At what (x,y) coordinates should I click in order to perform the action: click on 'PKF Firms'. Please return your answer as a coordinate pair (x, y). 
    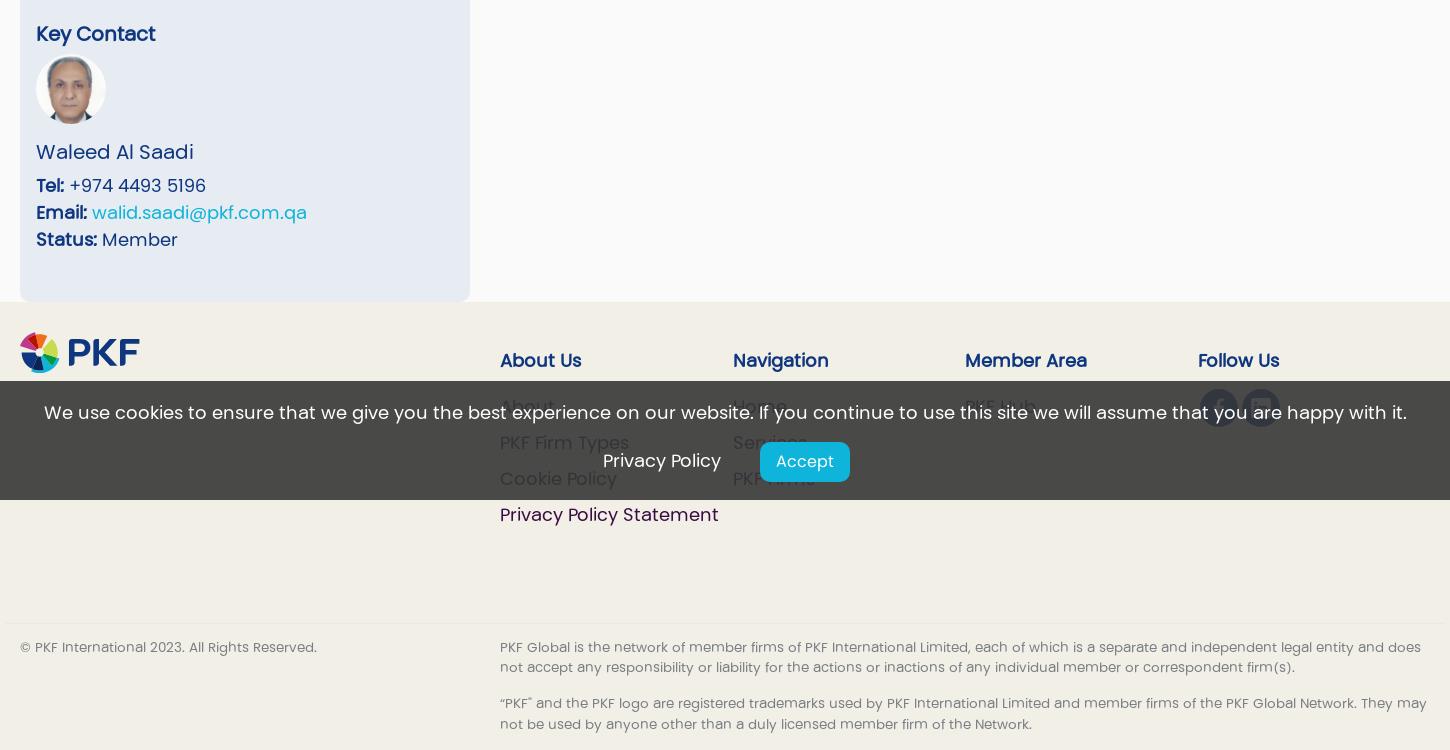
    Looking at the image, I should click on (772, 477).